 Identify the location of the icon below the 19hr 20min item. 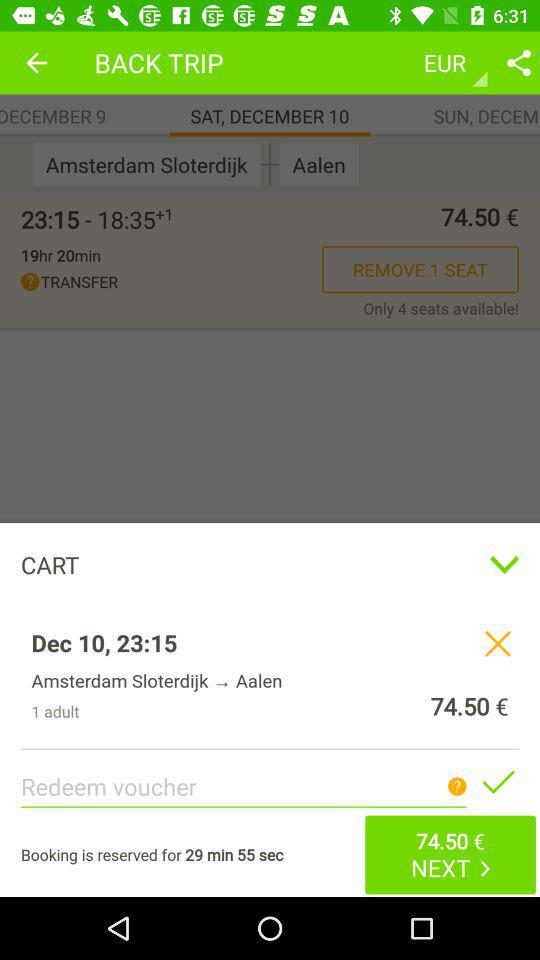
(171, 281).